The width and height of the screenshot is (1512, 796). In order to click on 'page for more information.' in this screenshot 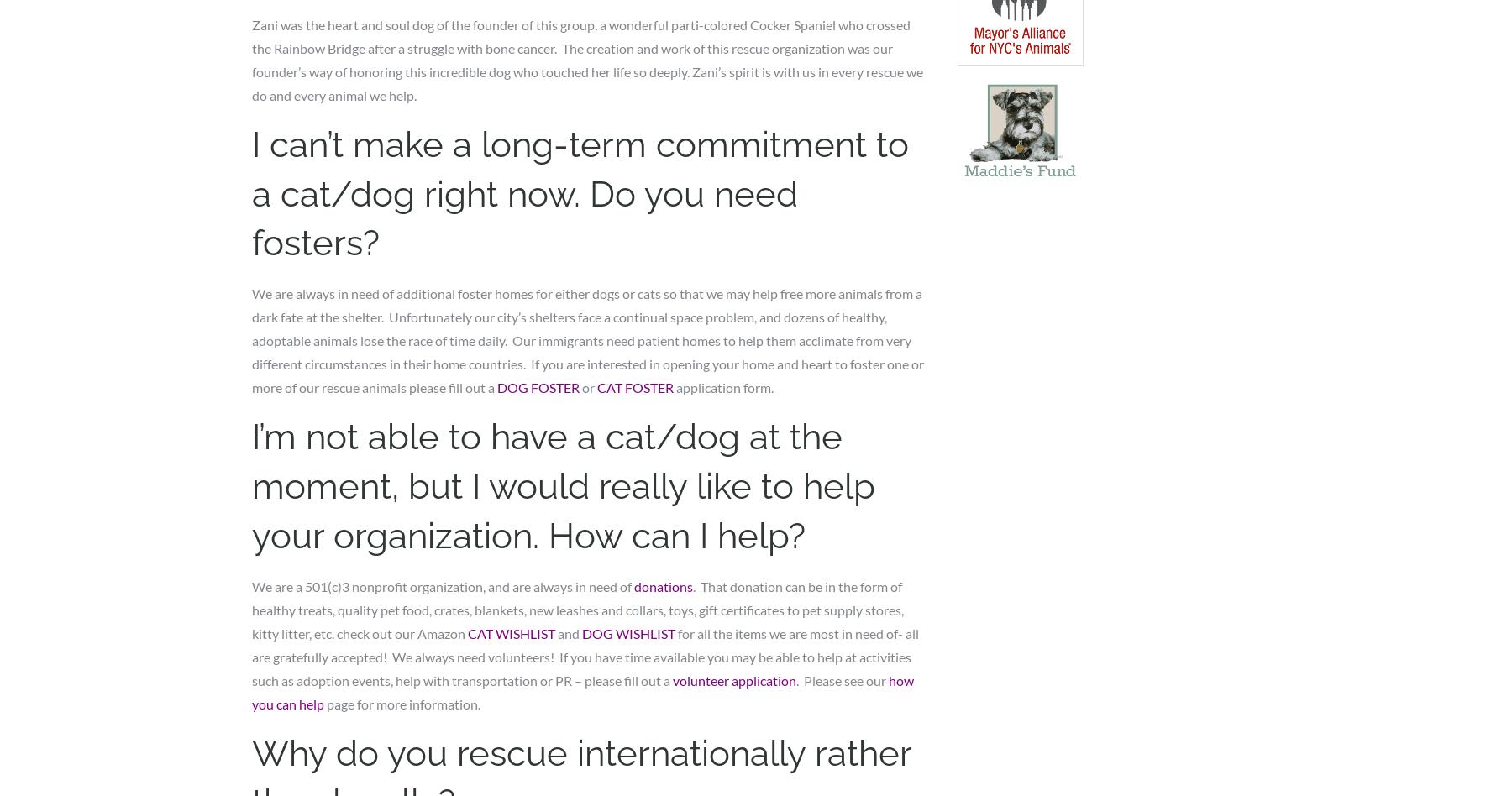, I will do `click(323, 702)`.